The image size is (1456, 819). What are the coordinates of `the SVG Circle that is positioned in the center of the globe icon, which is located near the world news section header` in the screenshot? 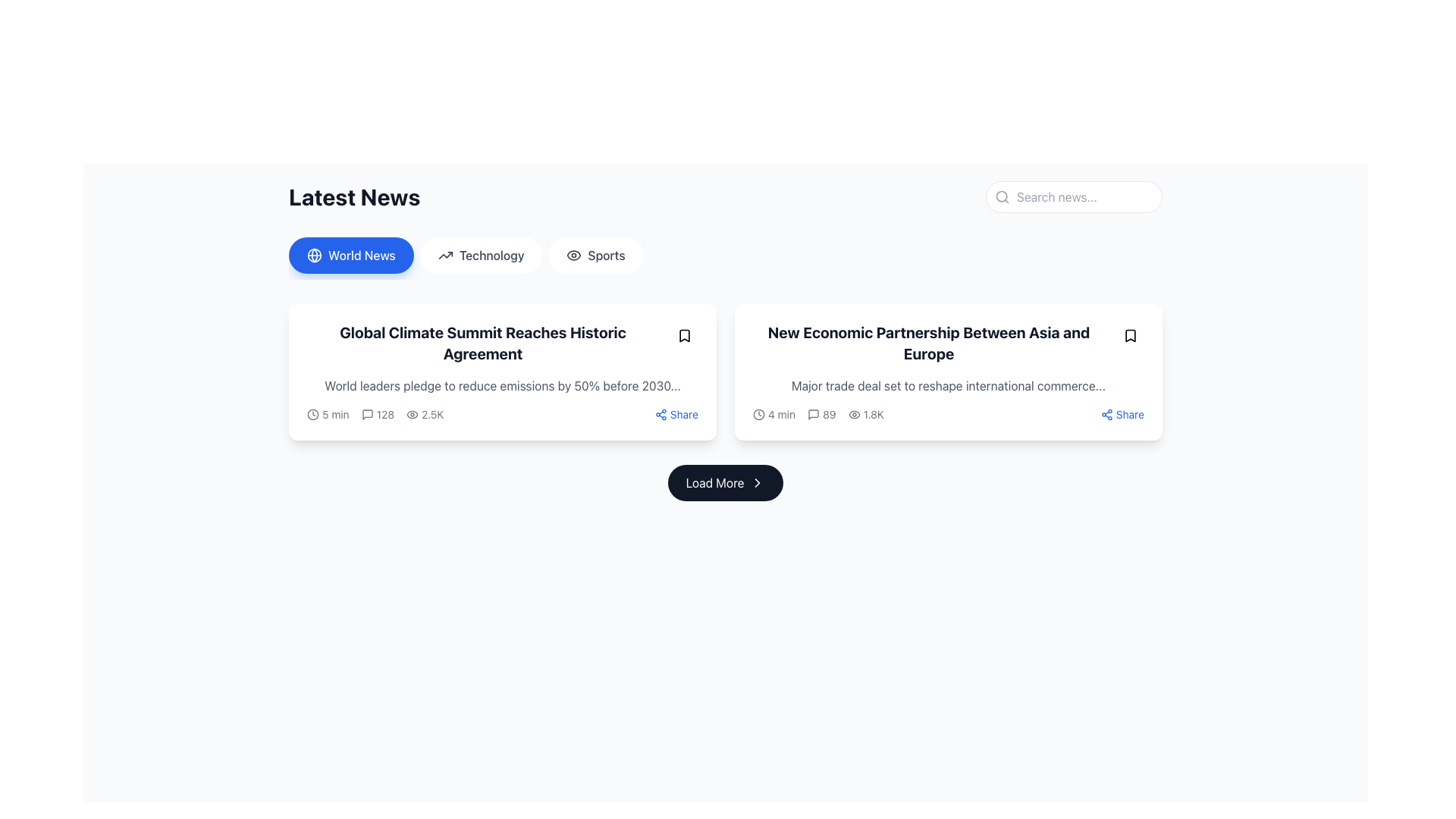 It's located at (313, 254).